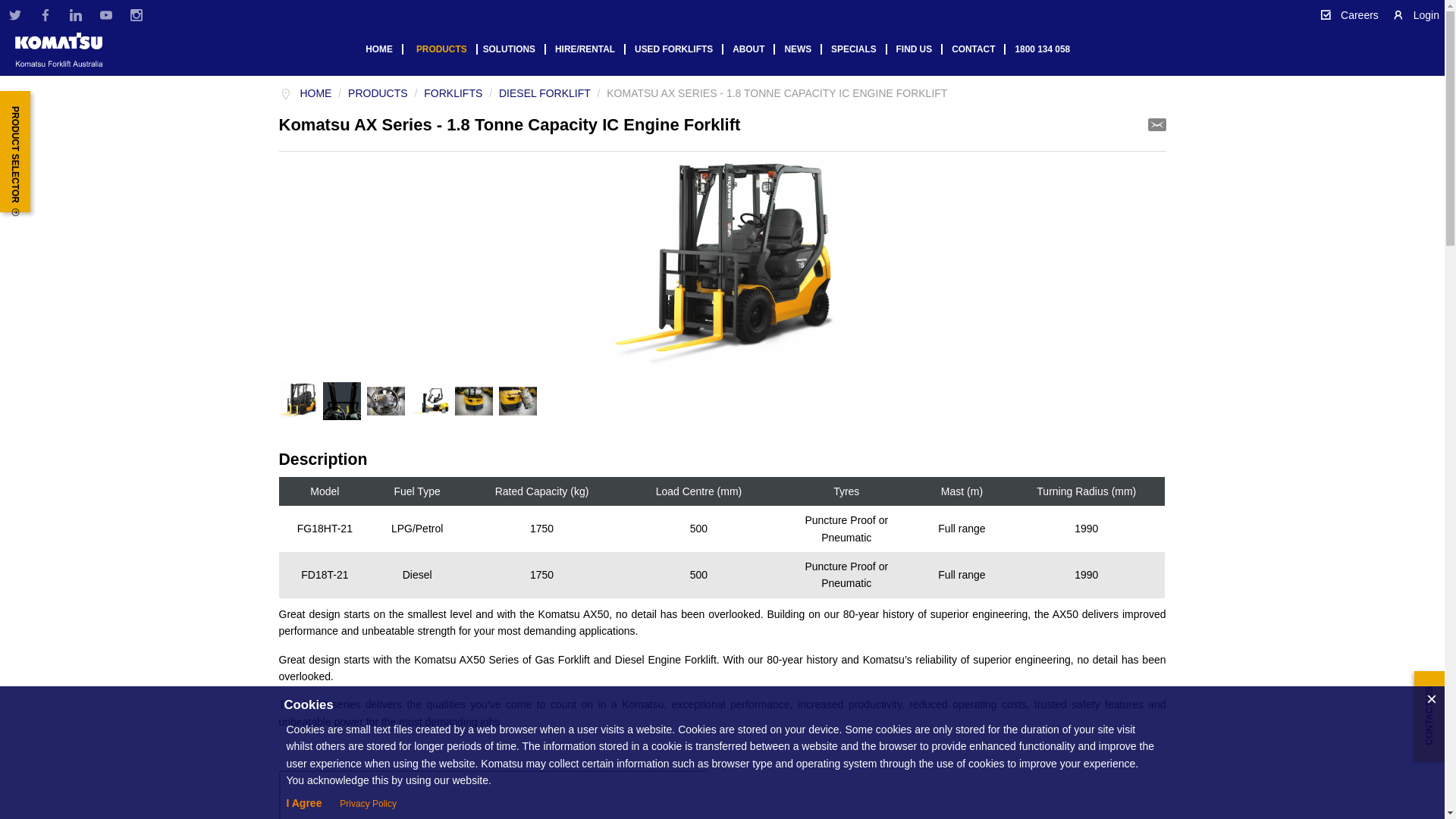 Image resolution: width=1456 pixels, height=819 pixels. Describe the element at coordinates (299, 93) in the screenshot. I see `'HOME'` at that location.